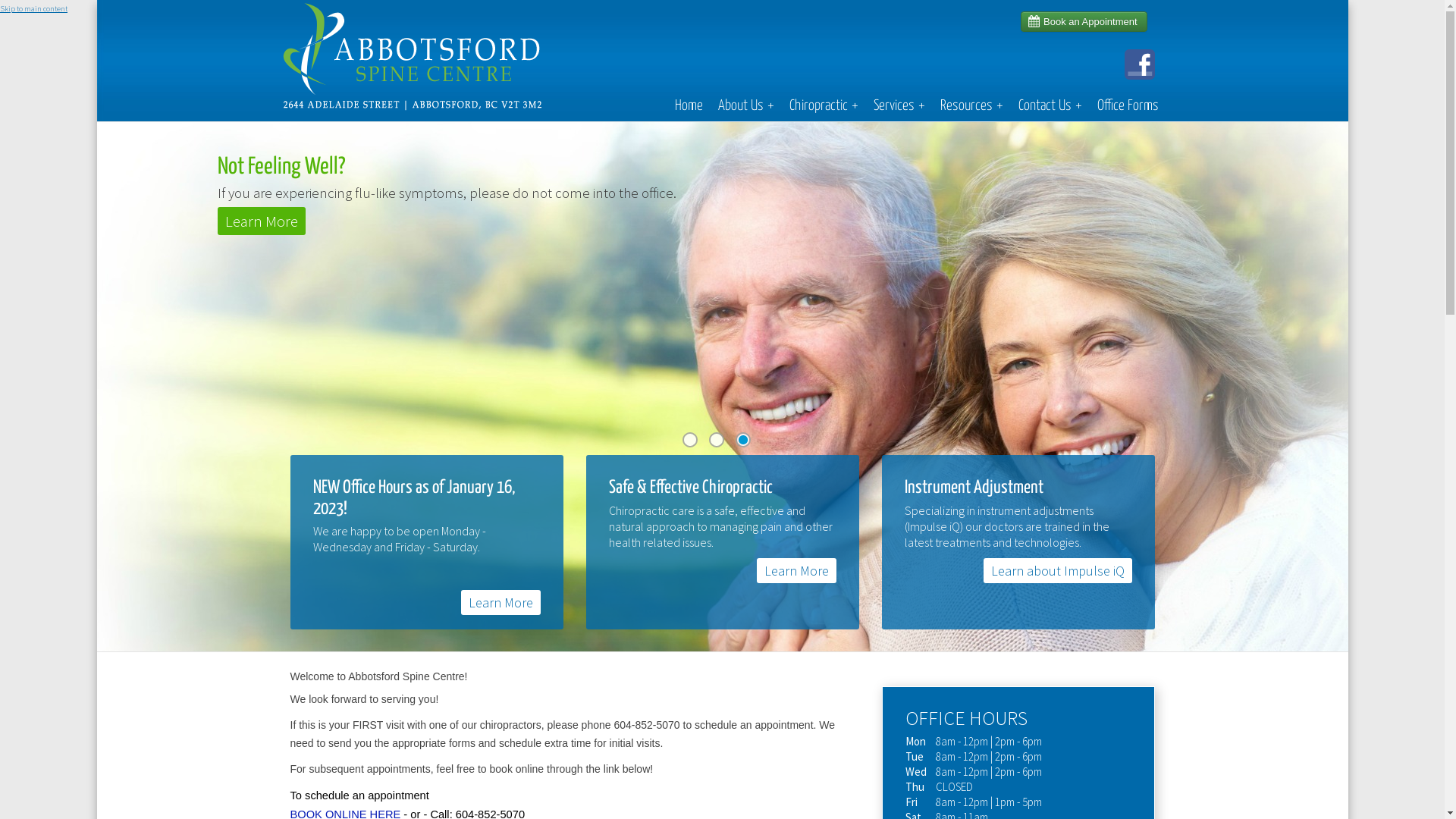  What do you see at coordinates (795, 570) in the screenshot?
I see `'Learn More'` at bounding box center [795, 570].